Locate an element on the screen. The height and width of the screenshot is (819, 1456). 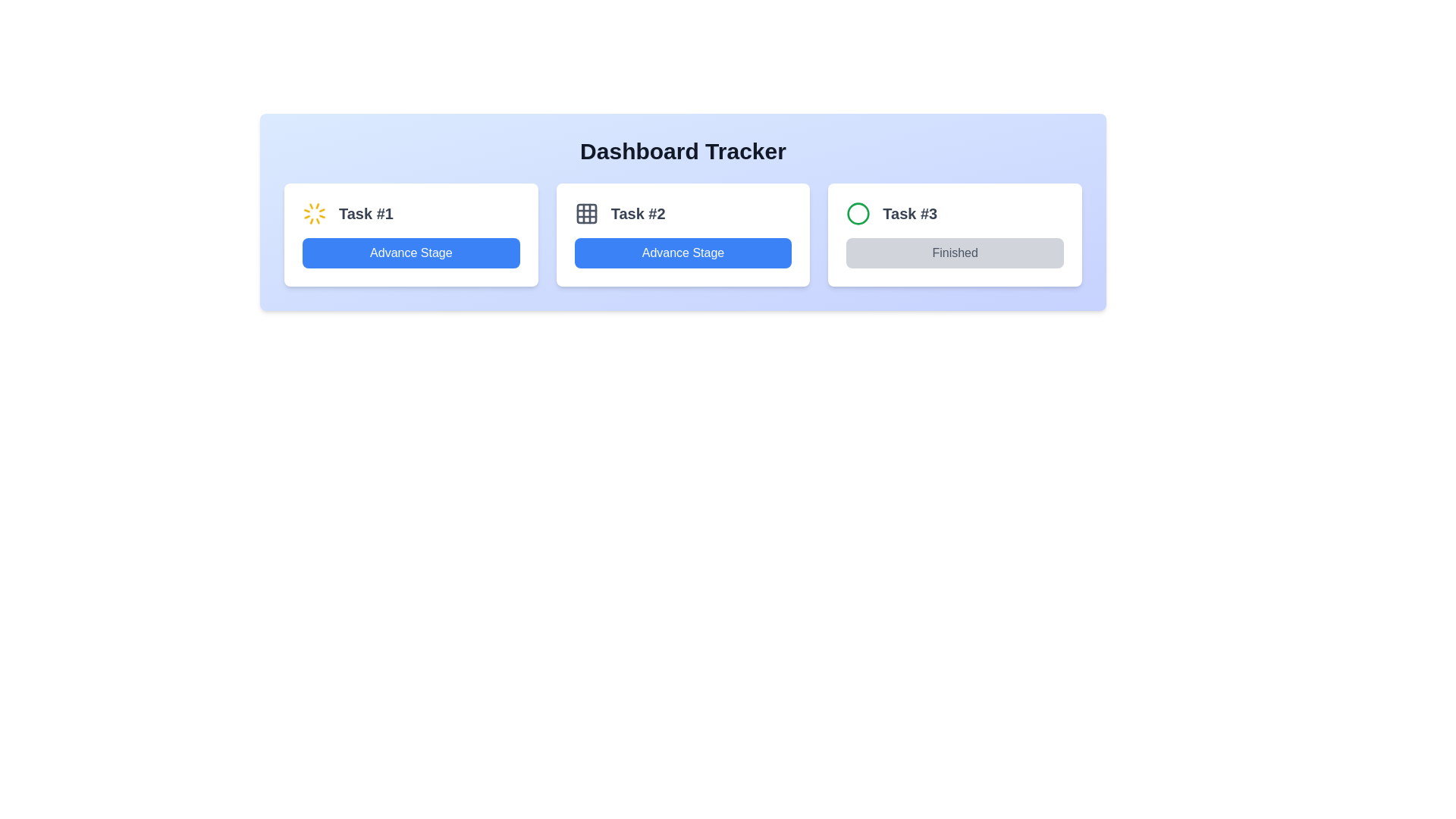
the Loading spinner icon located at the top left corner of the Task #1 card, next to the text 'Task #1' is located at coordinates (313, 213).